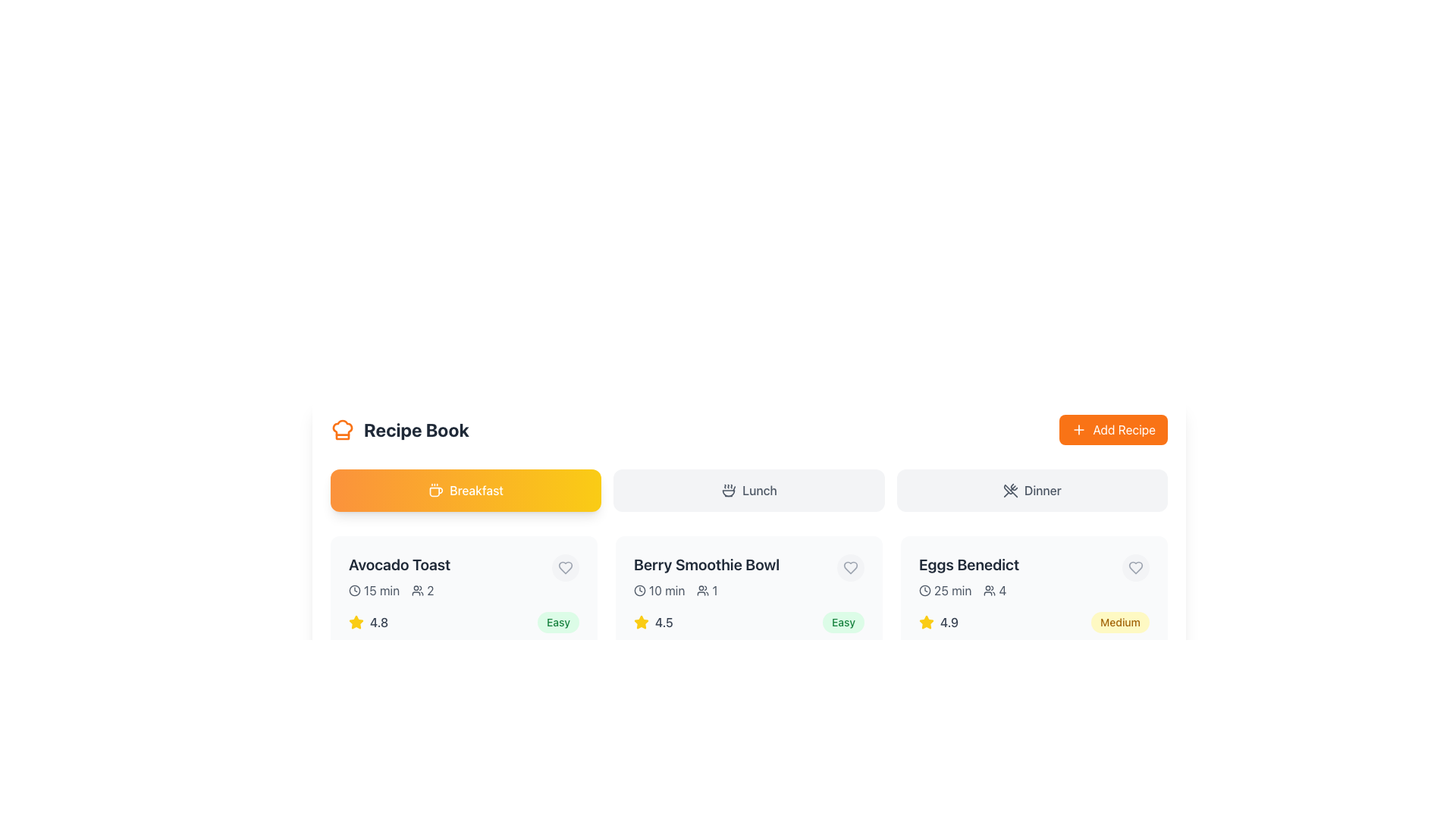 The height and width of the screenshot is (819, 1456). Describe the element at coordinates (924, 590) in the screenshot. I see `the circular outline element of the clock icon within the 'Eggs Benedict' recipe card` at that location.